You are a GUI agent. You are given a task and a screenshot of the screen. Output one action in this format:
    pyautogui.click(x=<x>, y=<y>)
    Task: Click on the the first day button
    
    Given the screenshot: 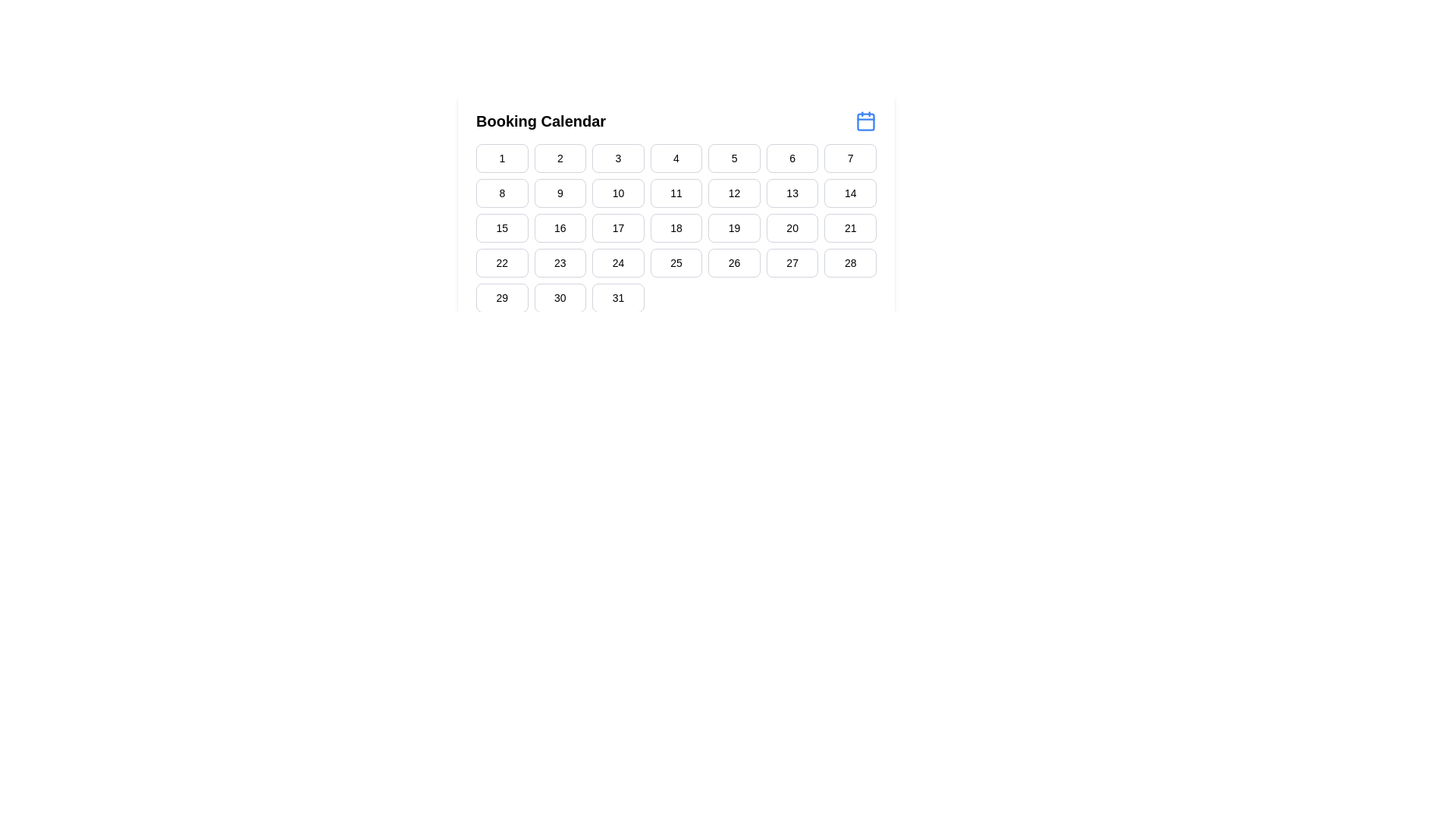 What is the action you would take?
    pyautogui.click(x=502, y=158)
    